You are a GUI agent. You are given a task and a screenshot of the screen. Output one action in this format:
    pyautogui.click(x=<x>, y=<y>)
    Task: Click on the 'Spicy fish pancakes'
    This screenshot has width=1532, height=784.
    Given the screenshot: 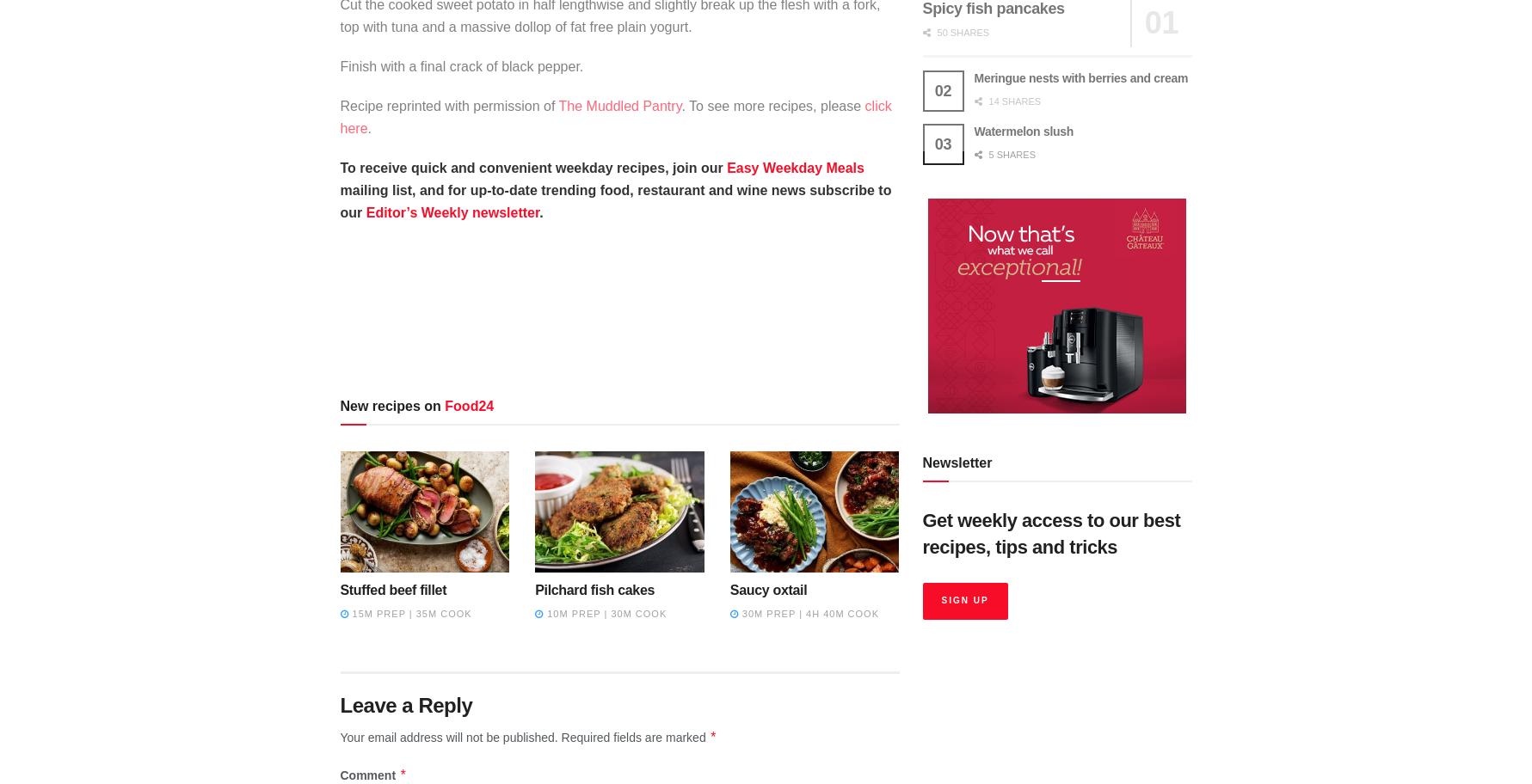 What is the action you would take?
    pyautogui.click(x=993, y=9)
    